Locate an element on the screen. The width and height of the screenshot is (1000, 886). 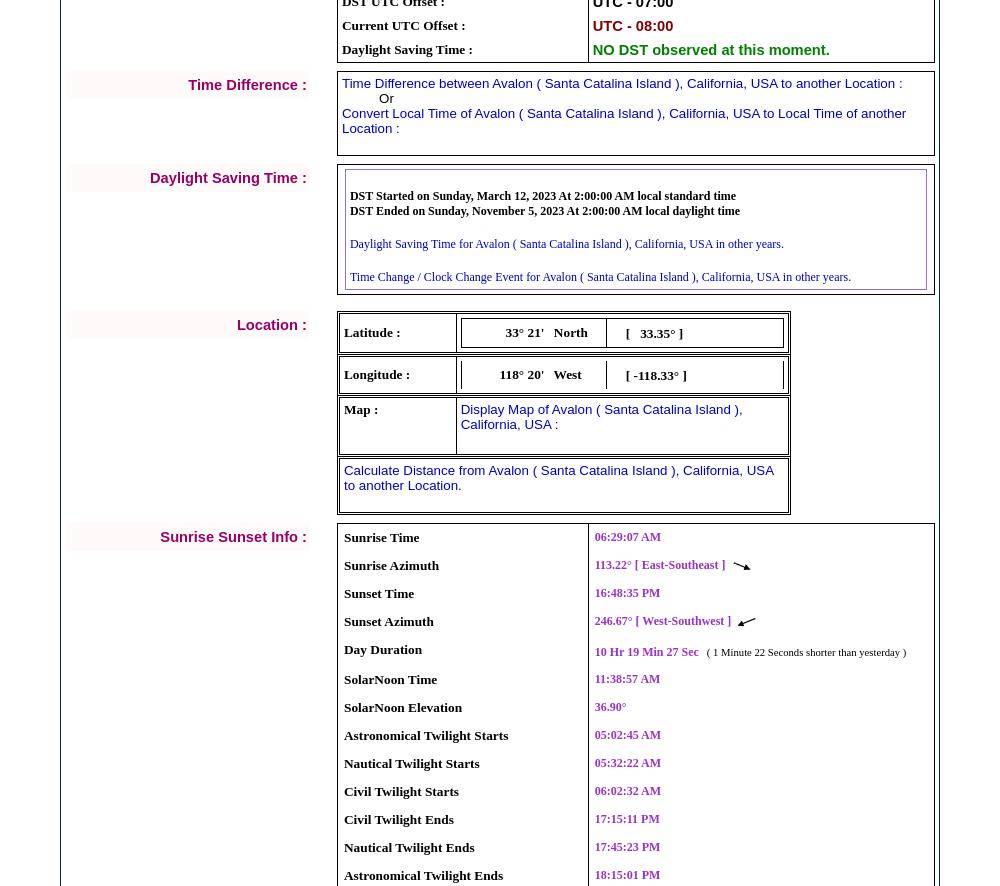
'Sunrise Time' is located at coordinates (381, 536).